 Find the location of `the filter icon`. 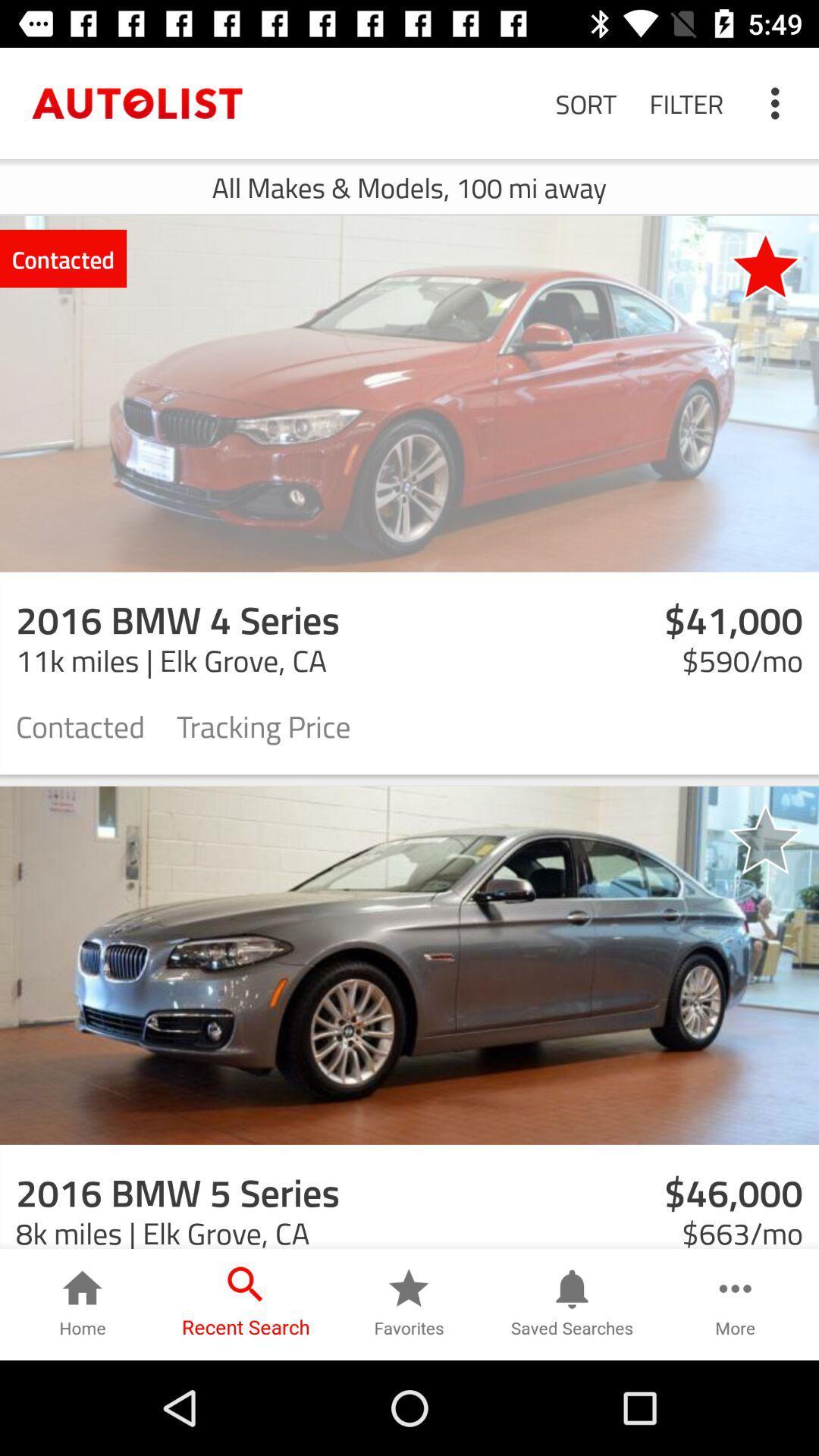

the filter icon is located at coordinates (686, 102).